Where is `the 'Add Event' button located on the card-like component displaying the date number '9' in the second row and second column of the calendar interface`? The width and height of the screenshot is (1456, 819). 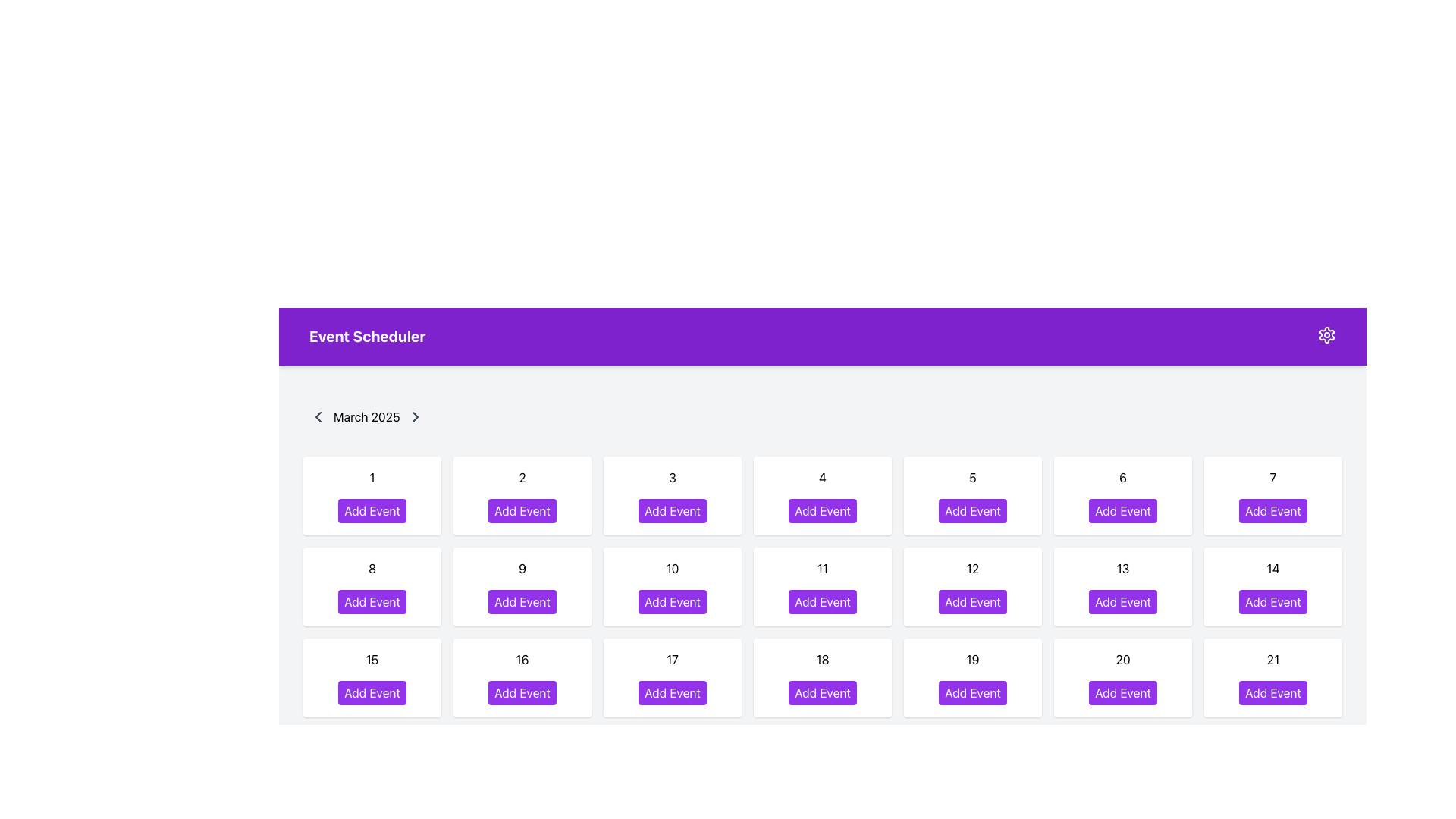 the 'Add Event' button located on the card-like component displaying the date number '9' in the second row and second column of the calendar interface is located at coordinates (522, 586).